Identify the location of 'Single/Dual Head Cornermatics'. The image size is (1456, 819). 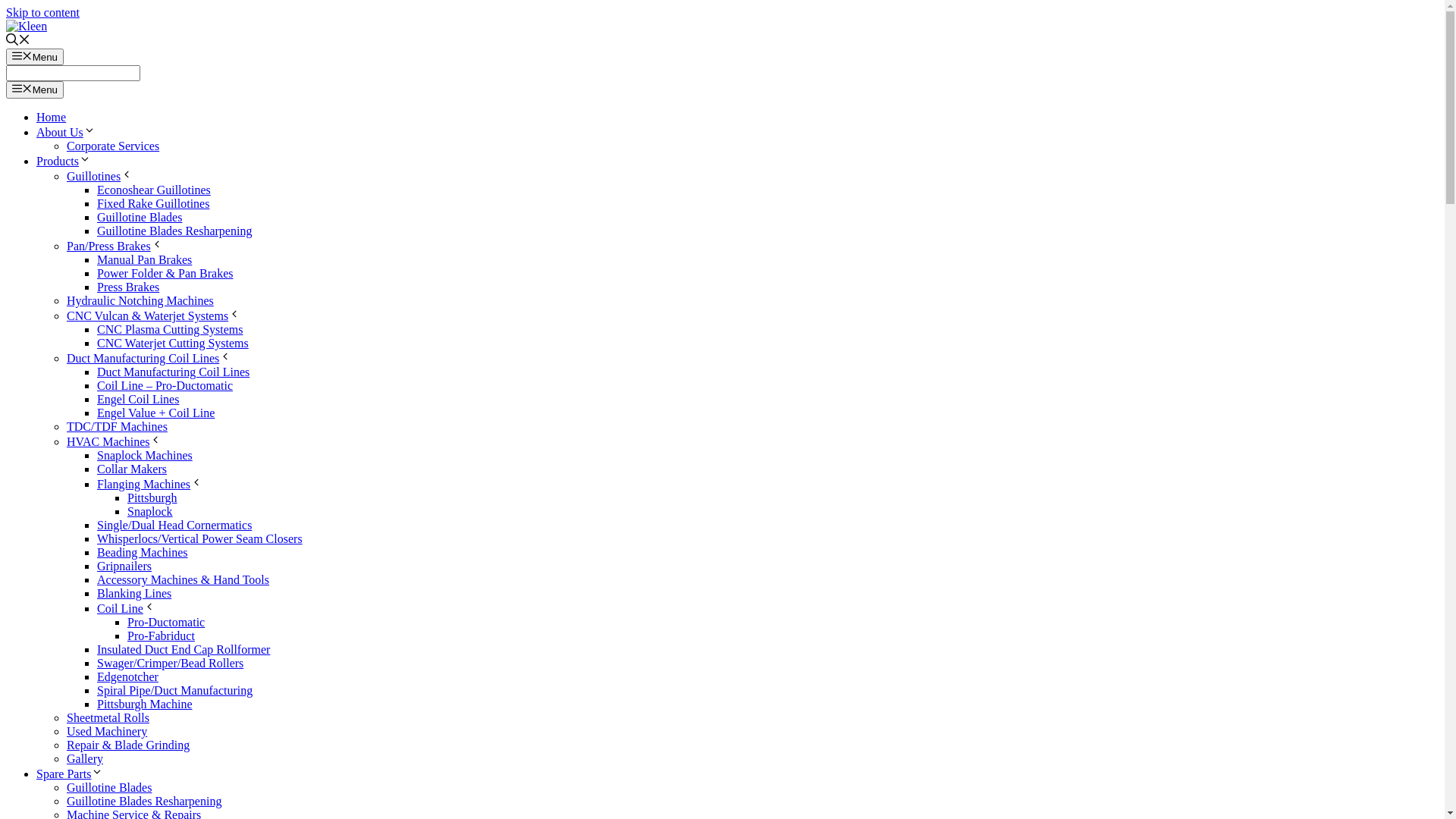
(174, 524).